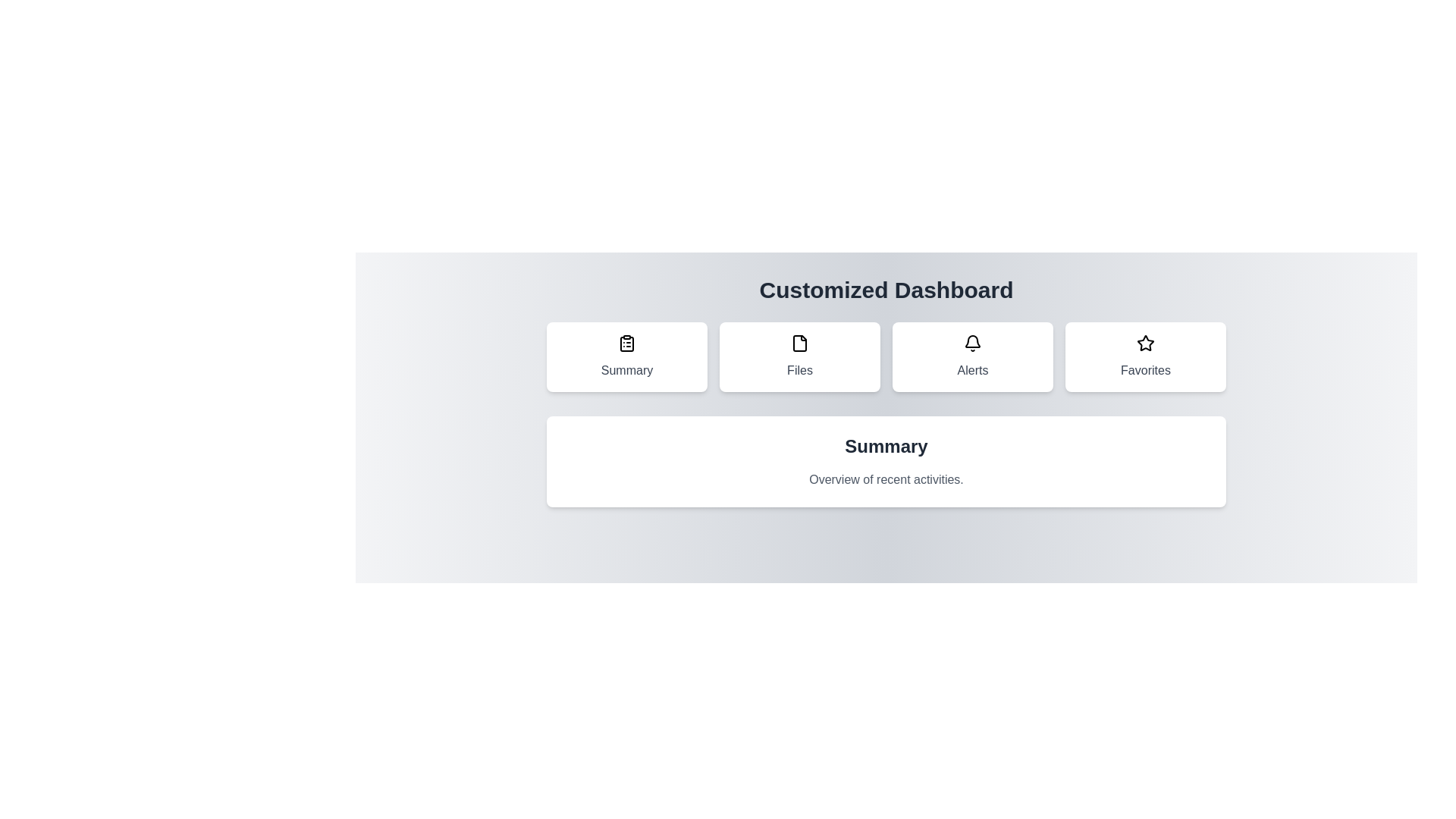  I want to click on text label 'Favorites' located at the bottom of the card, which is part of a grid layout under the 'Customized Dashboard' header, so click(1146, 371).